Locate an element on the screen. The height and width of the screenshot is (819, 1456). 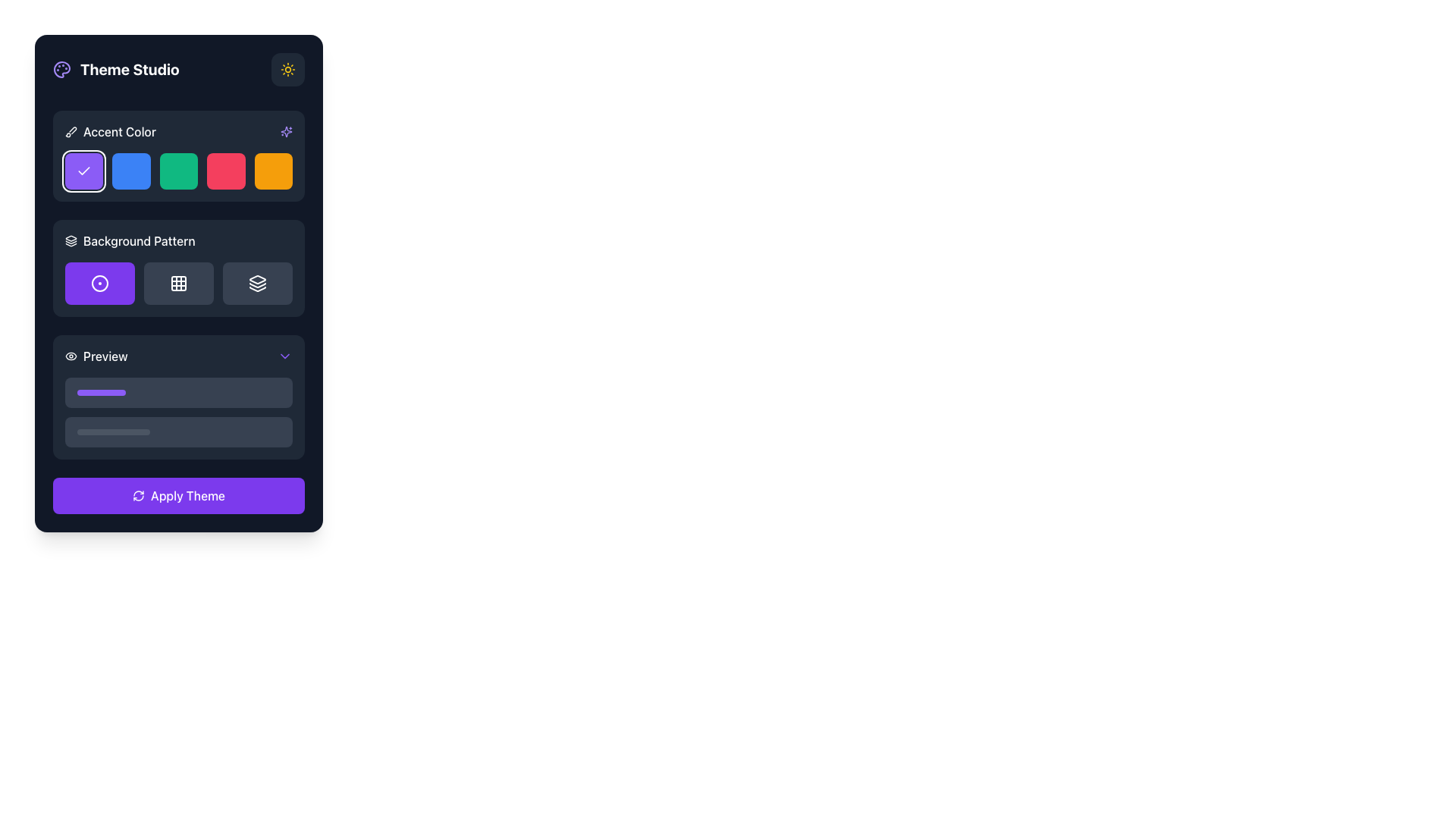
the SVG-based circular border element in the 'Background Pattern' section of the 'Theme Studio' interface, which serves as a decorative component and indicates a selected state is located at coordinates (99, 284).